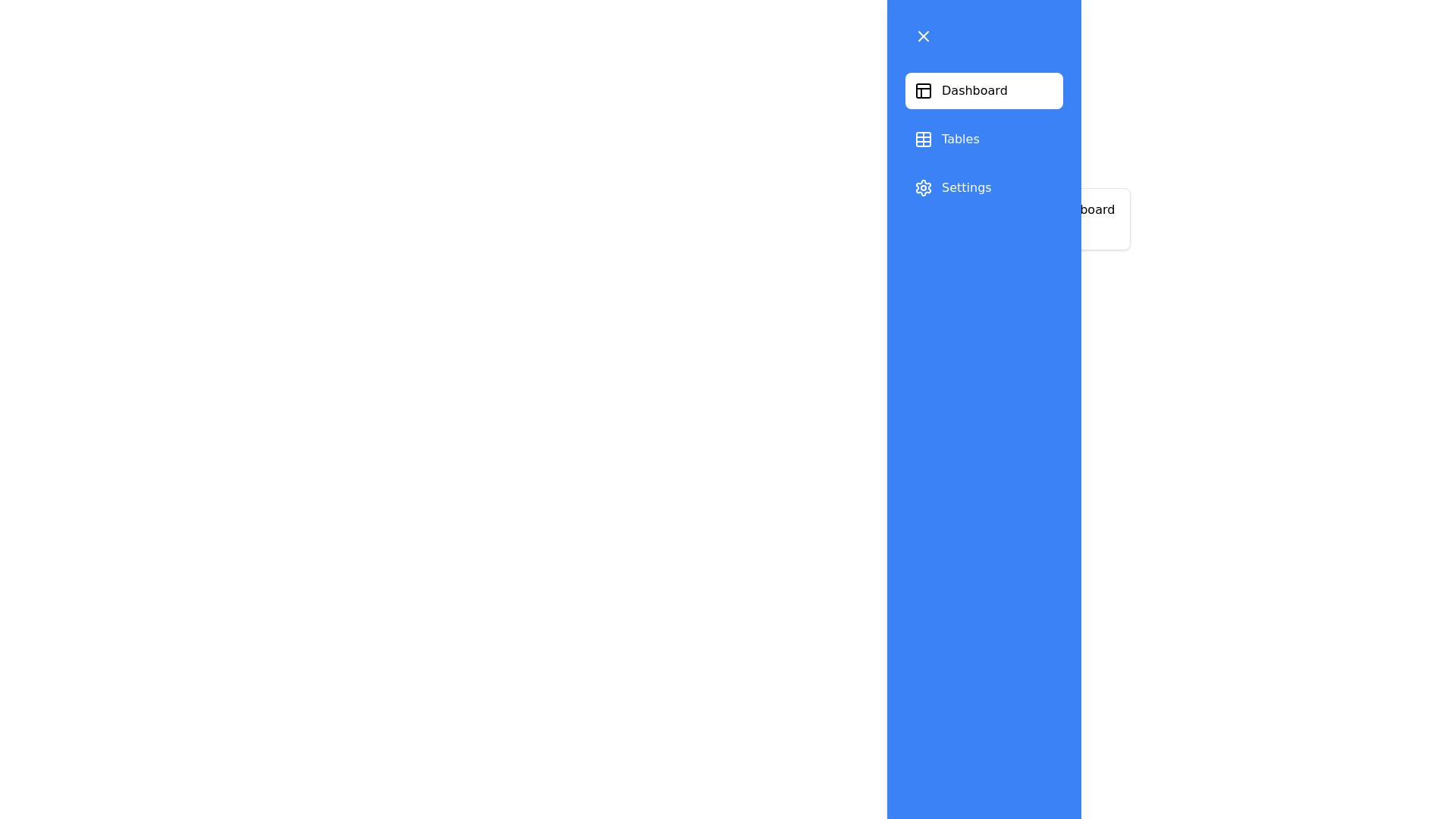  I want to click on the button at the top of the drawer to toggle its state, so click(984, 35).